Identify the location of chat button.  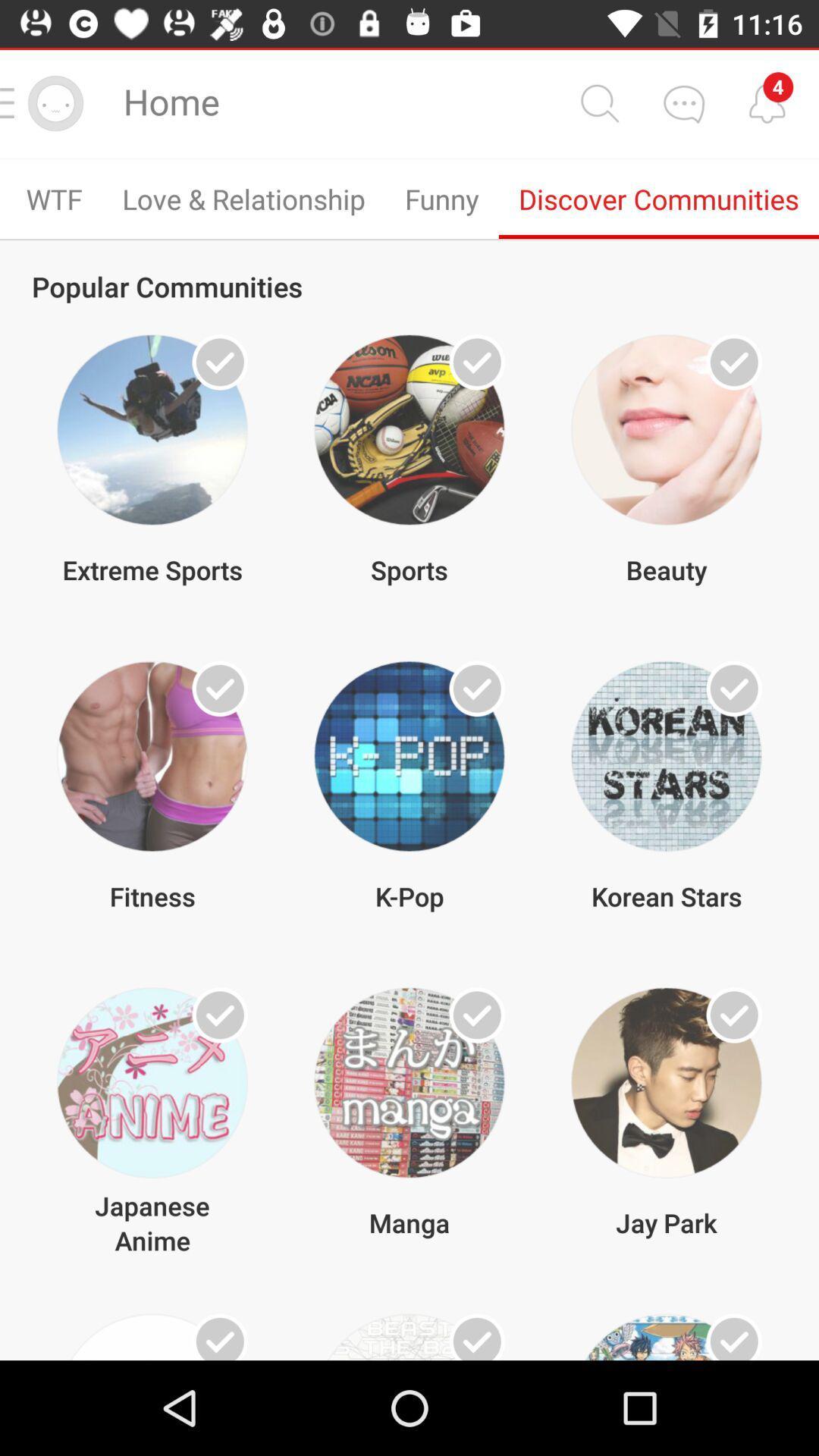
(683, 102).